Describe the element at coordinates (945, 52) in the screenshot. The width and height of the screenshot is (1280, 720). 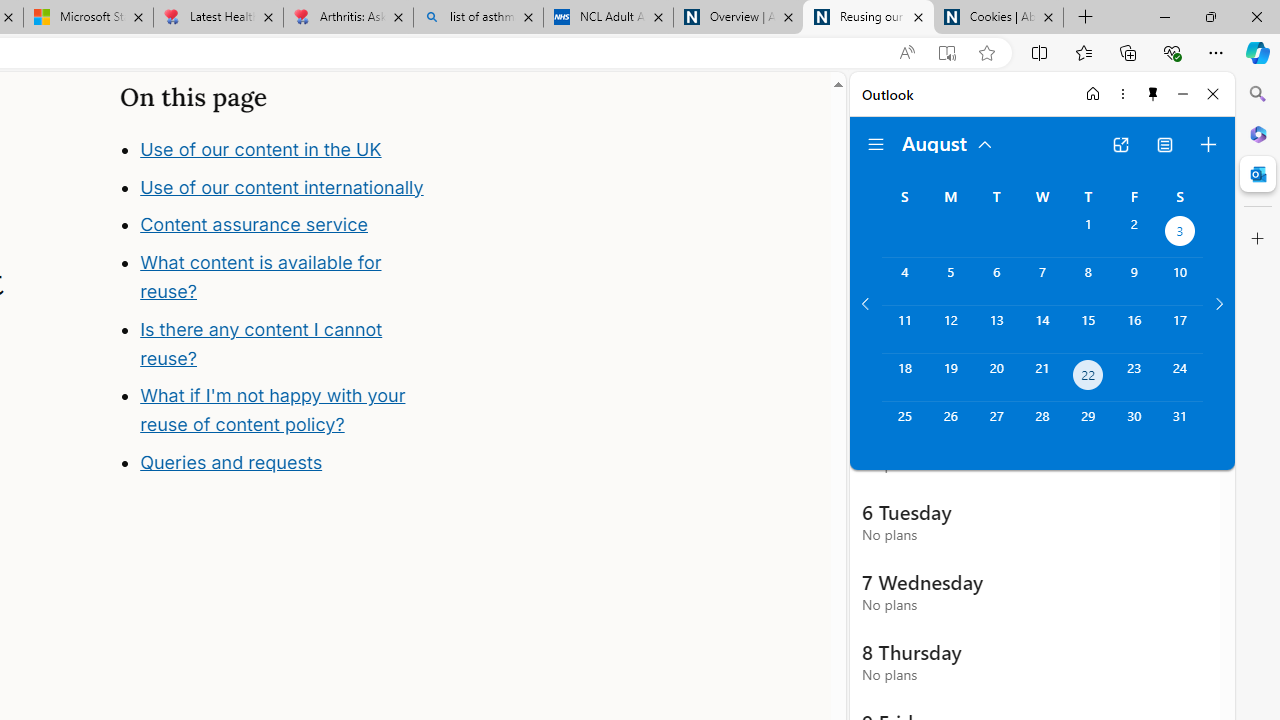
I see `'Enter Immersive Reader (F9)'` at that location.